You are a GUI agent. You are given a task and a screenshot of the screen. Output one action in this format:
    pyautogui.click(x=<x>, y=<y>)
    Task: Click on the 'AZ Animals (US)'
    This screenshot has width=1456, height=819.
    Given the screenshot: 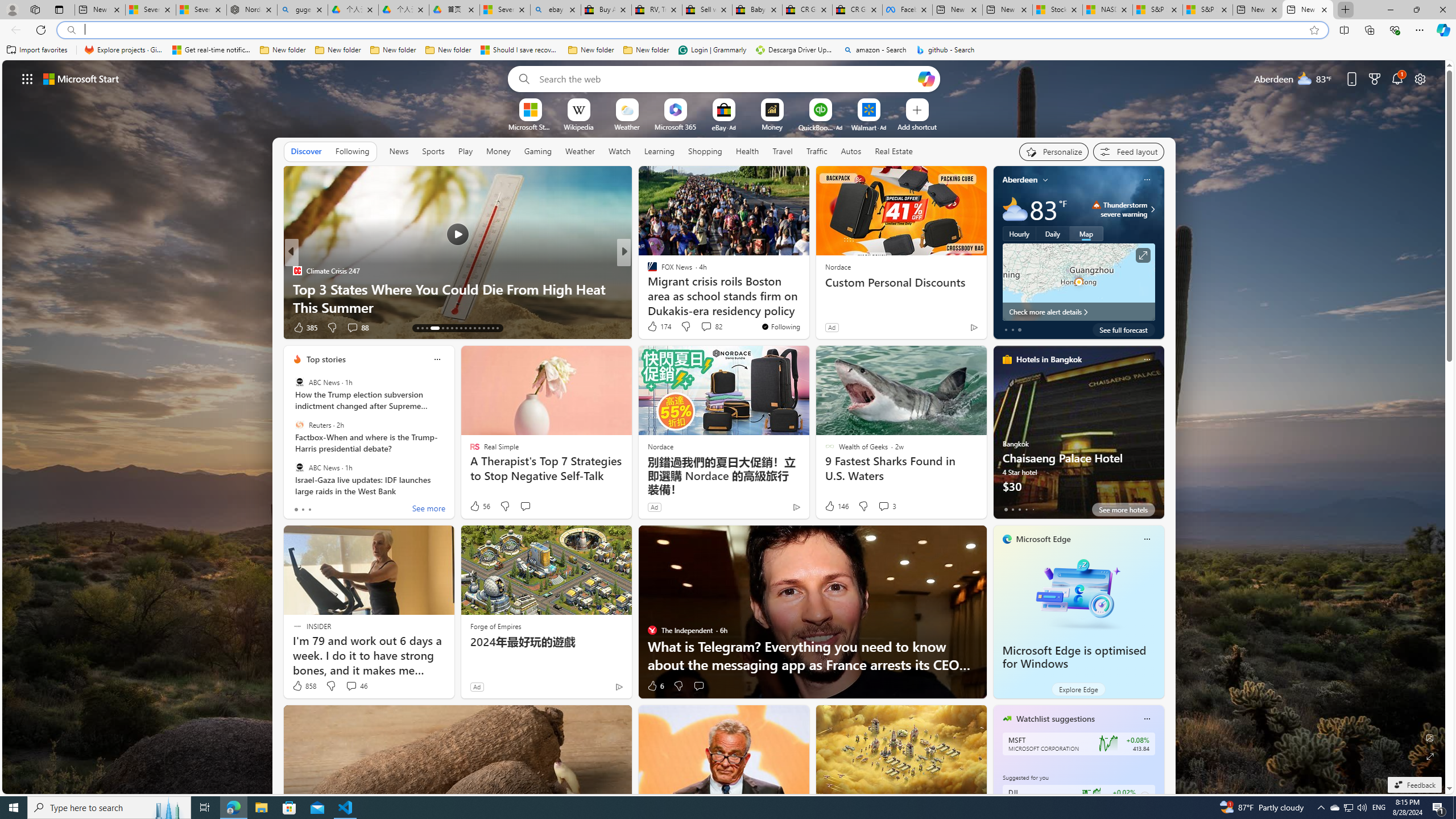 What is the action you would take?
    pyautogui.click(x=647, y=288)
    